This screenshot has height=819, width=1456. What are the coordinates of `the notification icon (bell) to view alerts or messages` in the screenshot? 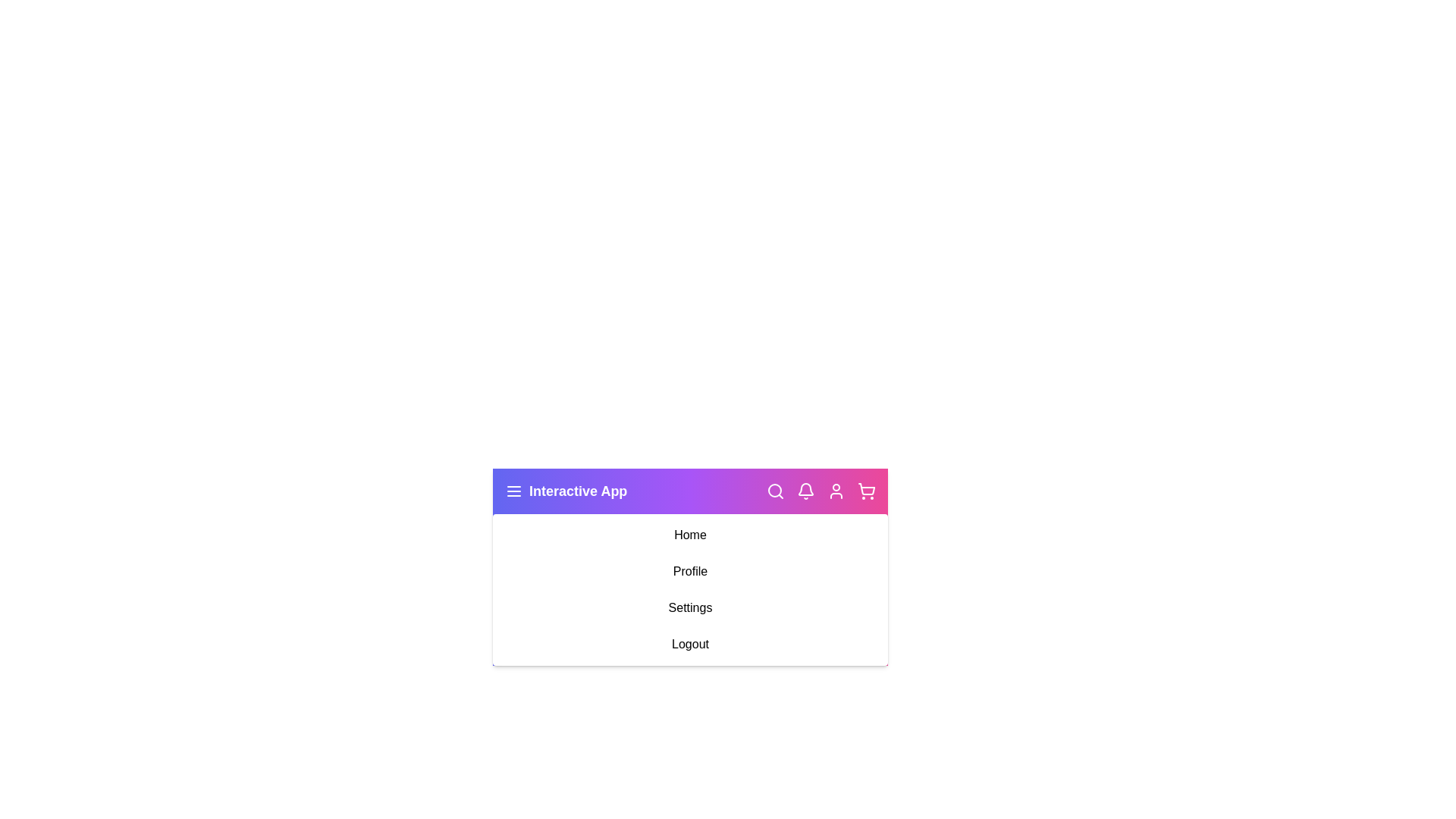 It's located at (805, 491).